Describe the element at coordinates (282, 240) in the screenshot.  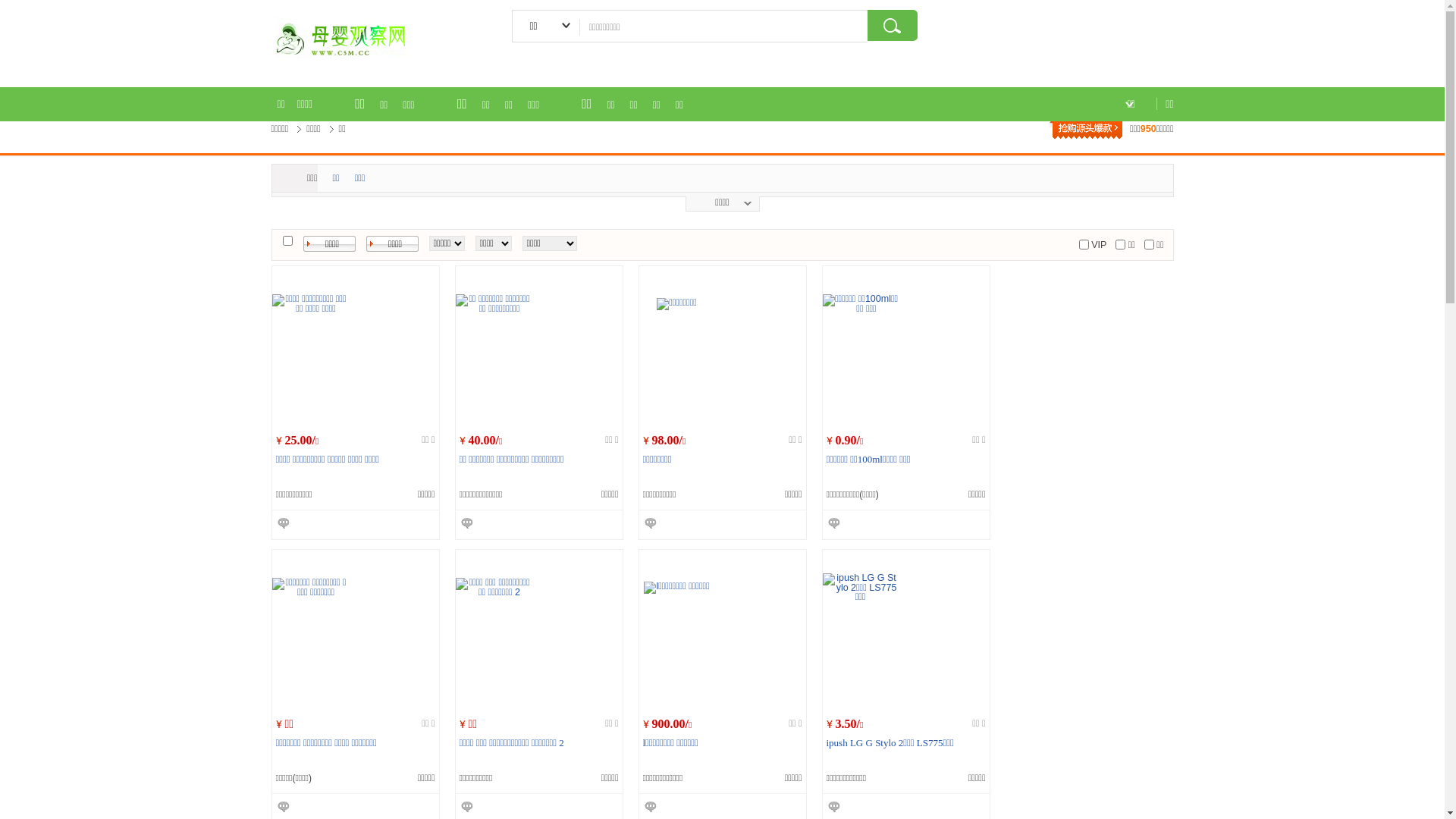
I see `'on'` at that location.